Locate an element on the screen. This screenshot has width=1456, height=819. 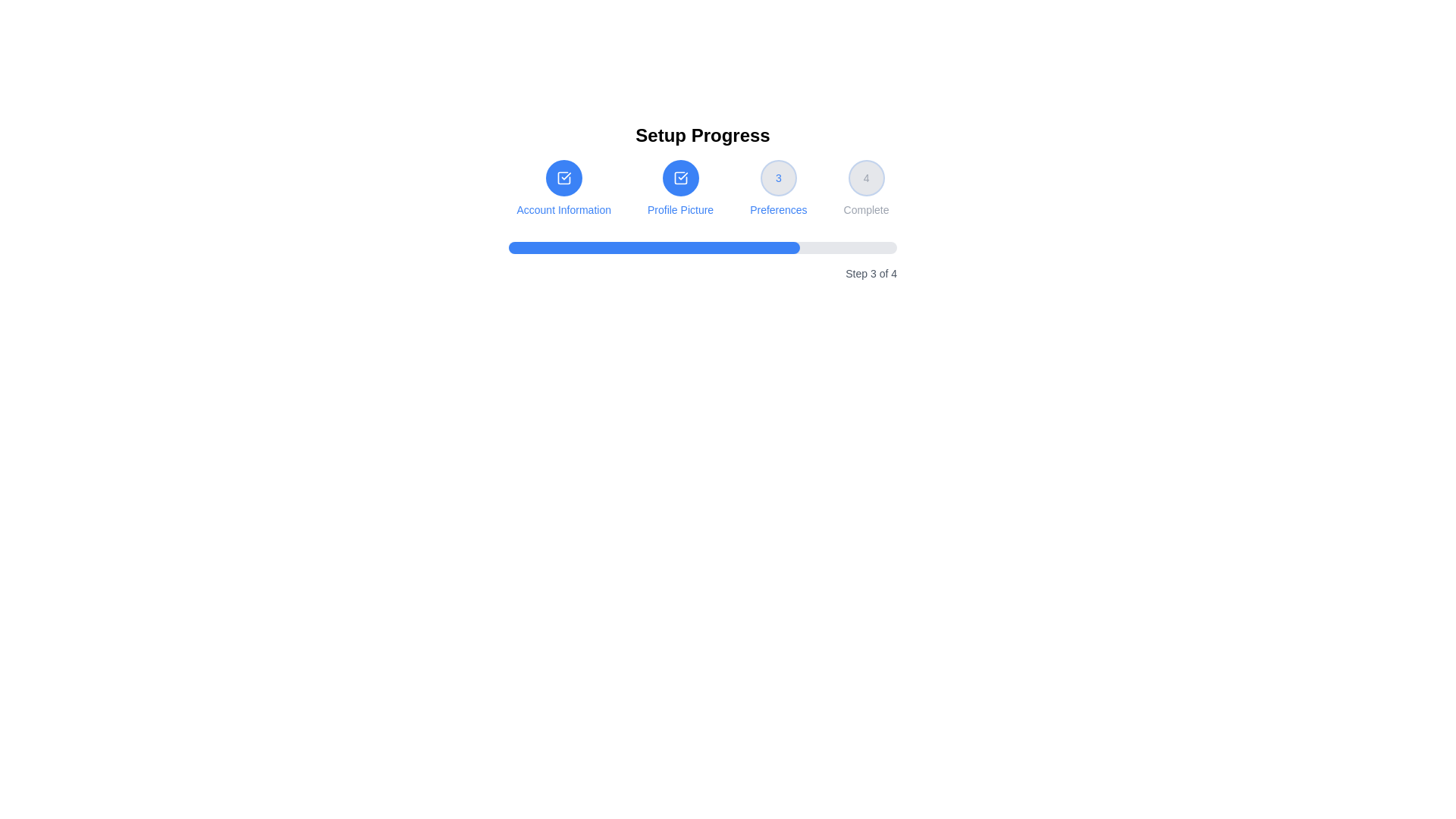
the Step Indicator with the number '4' and the label 'Complete', which is the fourth element in a horizontal progress indicator is located at coordinates (866, 188).